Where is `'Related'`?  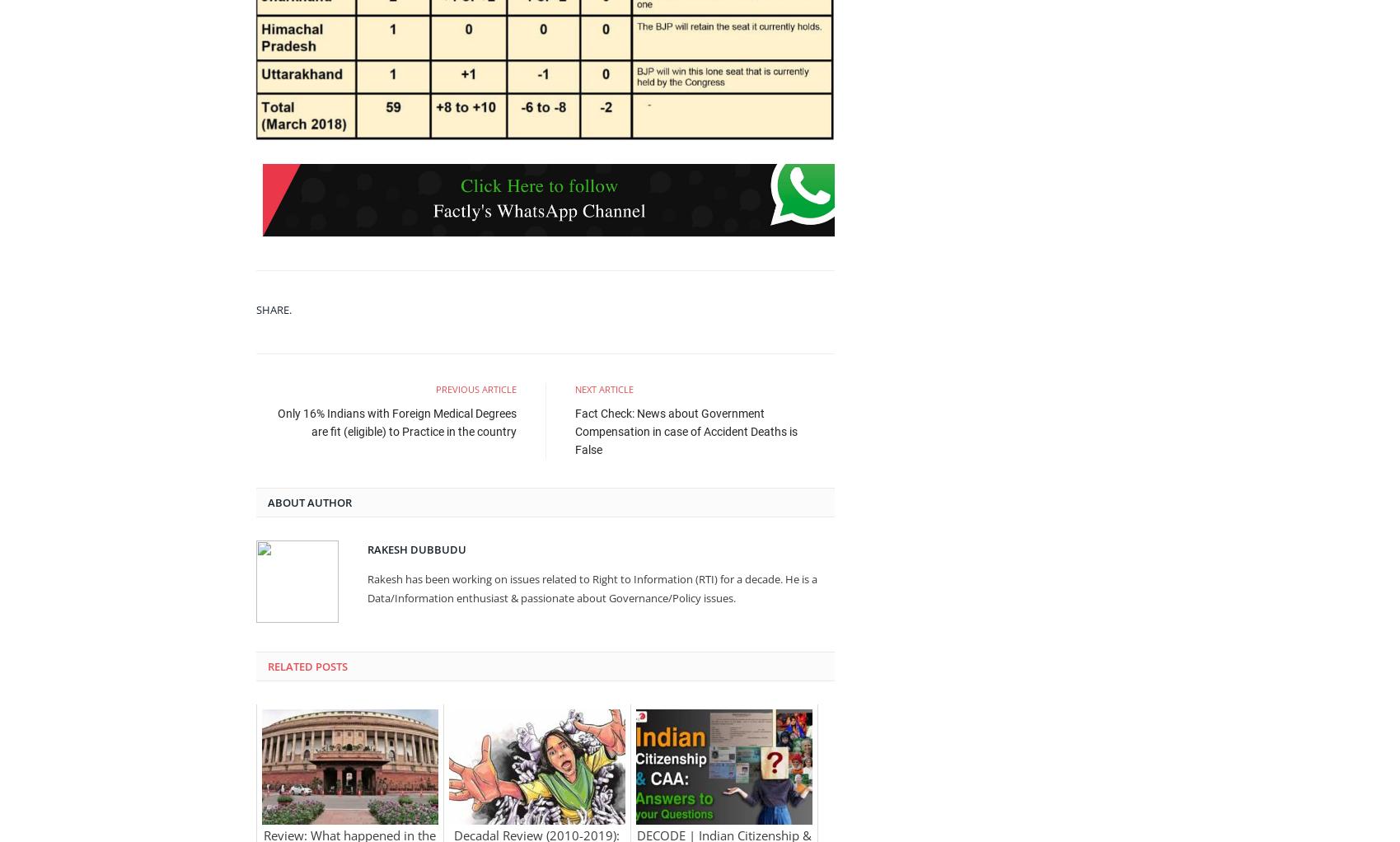 'Related' is located at coordinates (288, 666).